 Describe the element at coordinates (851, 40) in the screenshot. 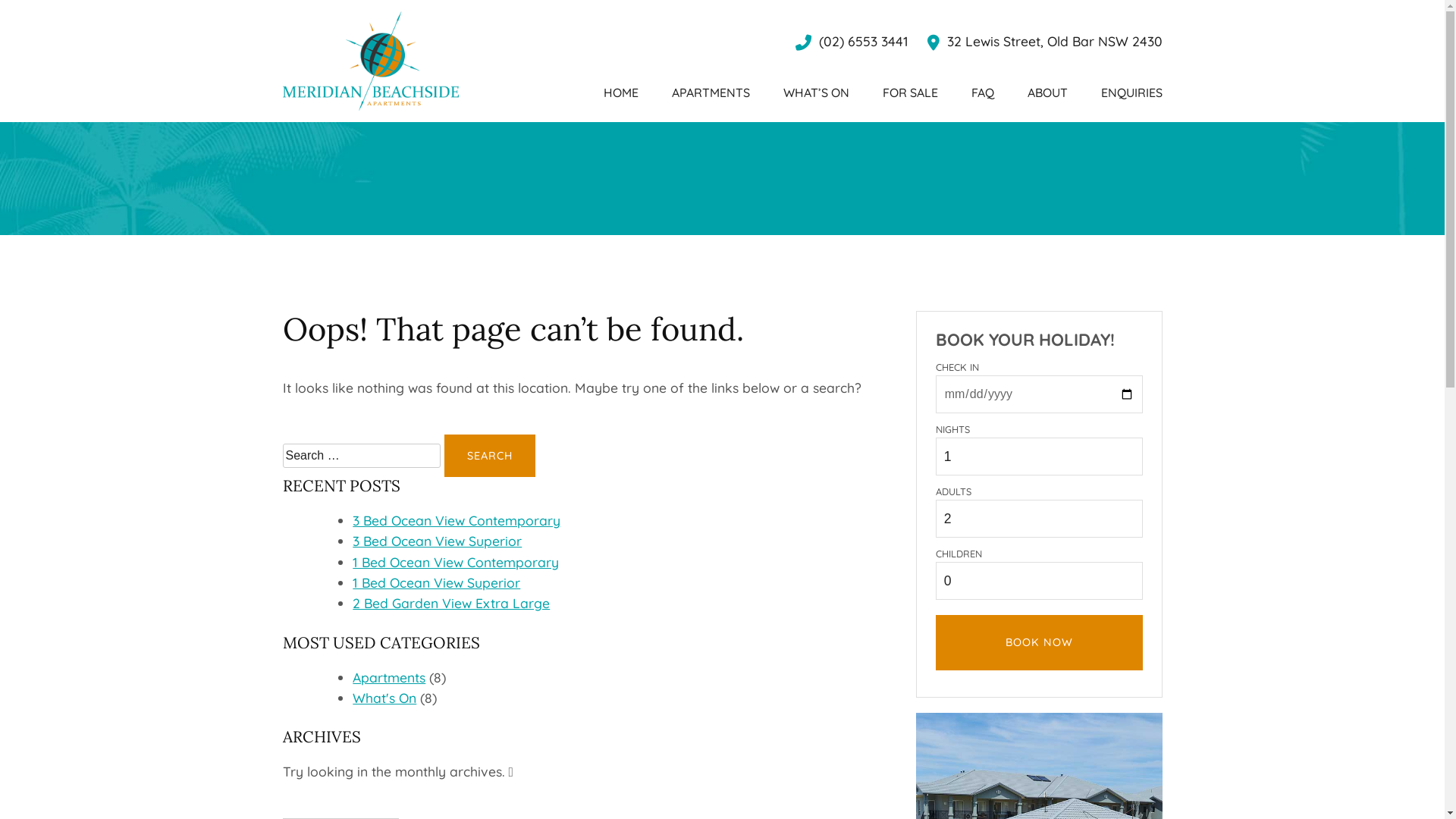

I see `'(02) 6553 3441'` at that location.